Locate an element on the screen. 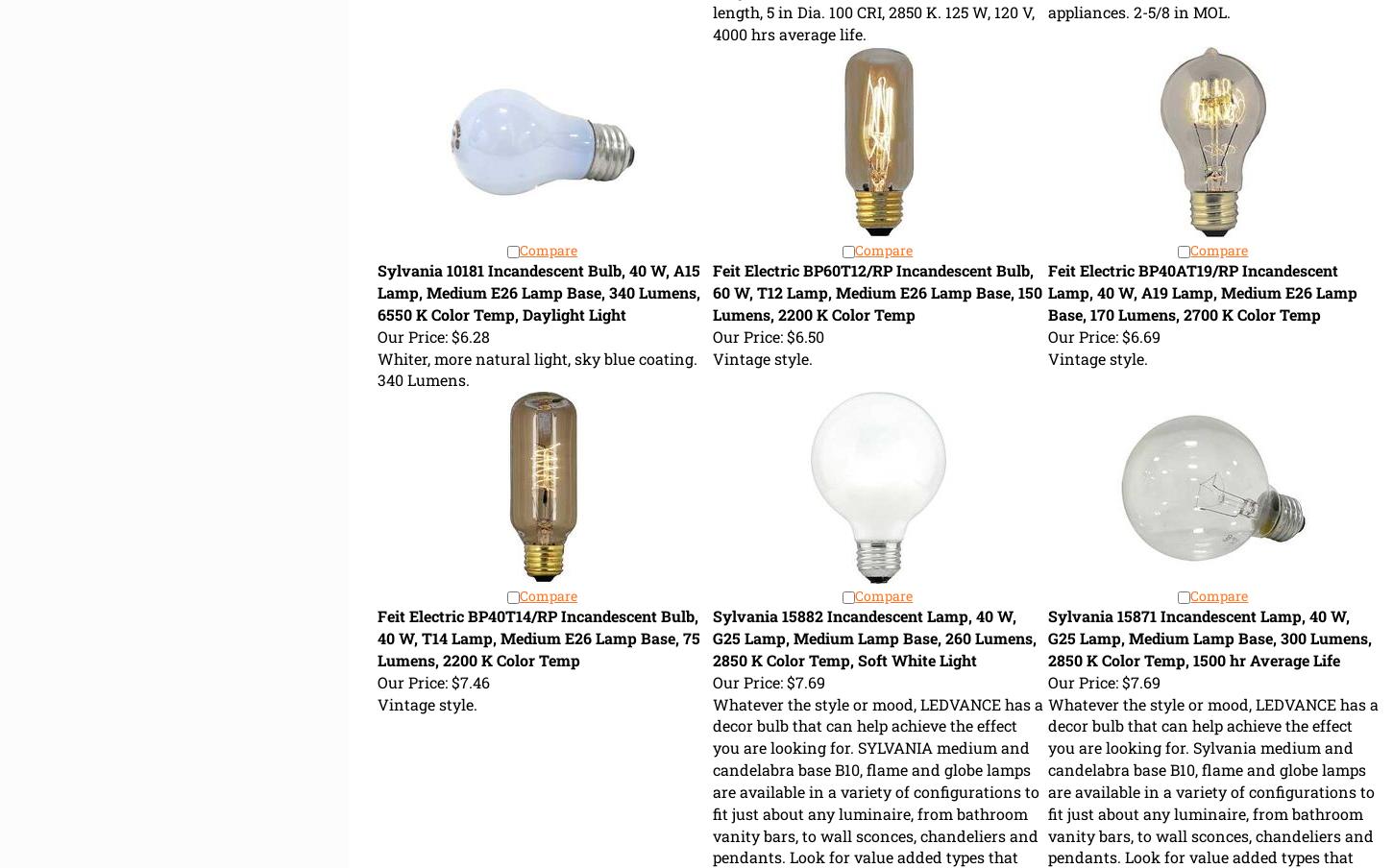 Image resolution: width=1393 pixels, height=868 pixels. 'Sylvania 15871 Incandescent Lamp, 40 W, G25 Lamp, Medium Lamp Base, 300 Lumens, 2850 K Color Temp, 1500 hr Average Life' is located at coordinates (1209, 637).